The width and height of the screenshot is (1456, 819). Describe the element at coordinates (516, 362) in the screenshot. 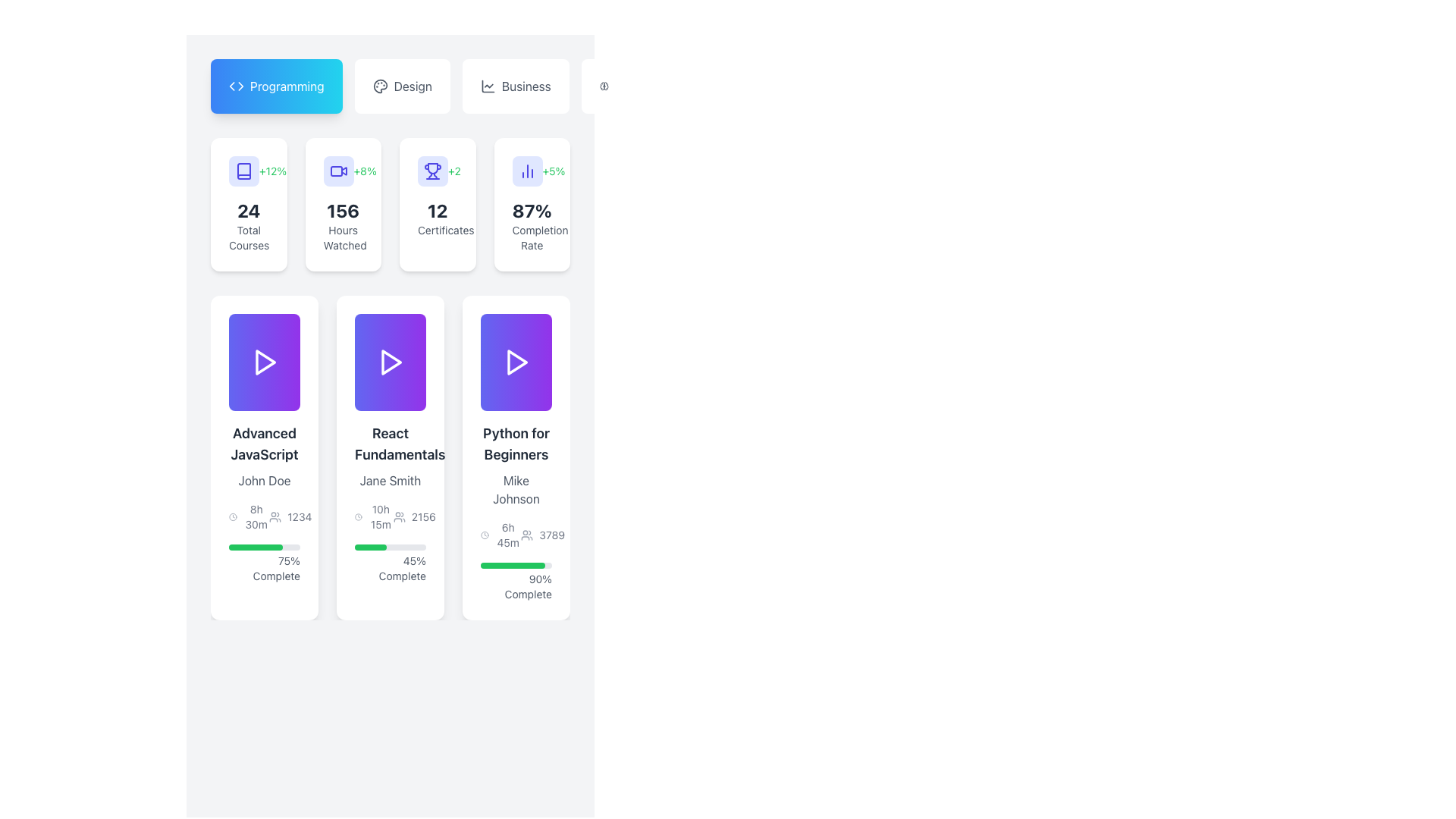

I see `the triangular play icon styled as an SVG graphic with a gradient purple-to-indigo background, located within the third card labeled 'Python for Beginners'` at that location.